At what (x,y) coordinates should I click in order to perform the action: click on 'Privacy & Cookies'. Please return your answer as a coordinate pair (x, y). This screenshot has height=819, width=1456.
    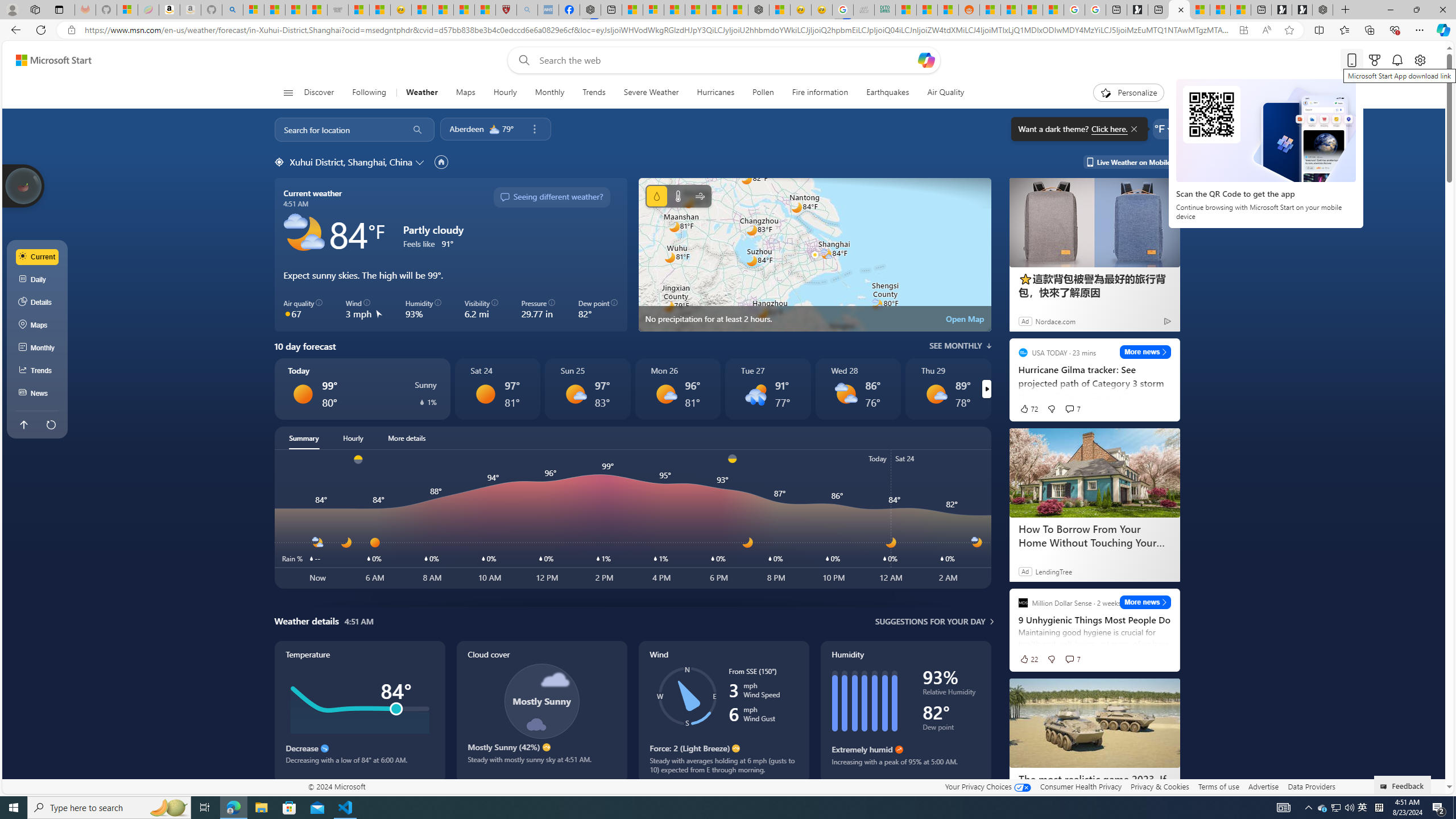
    Looking at the image, I should click on (1160, 786).